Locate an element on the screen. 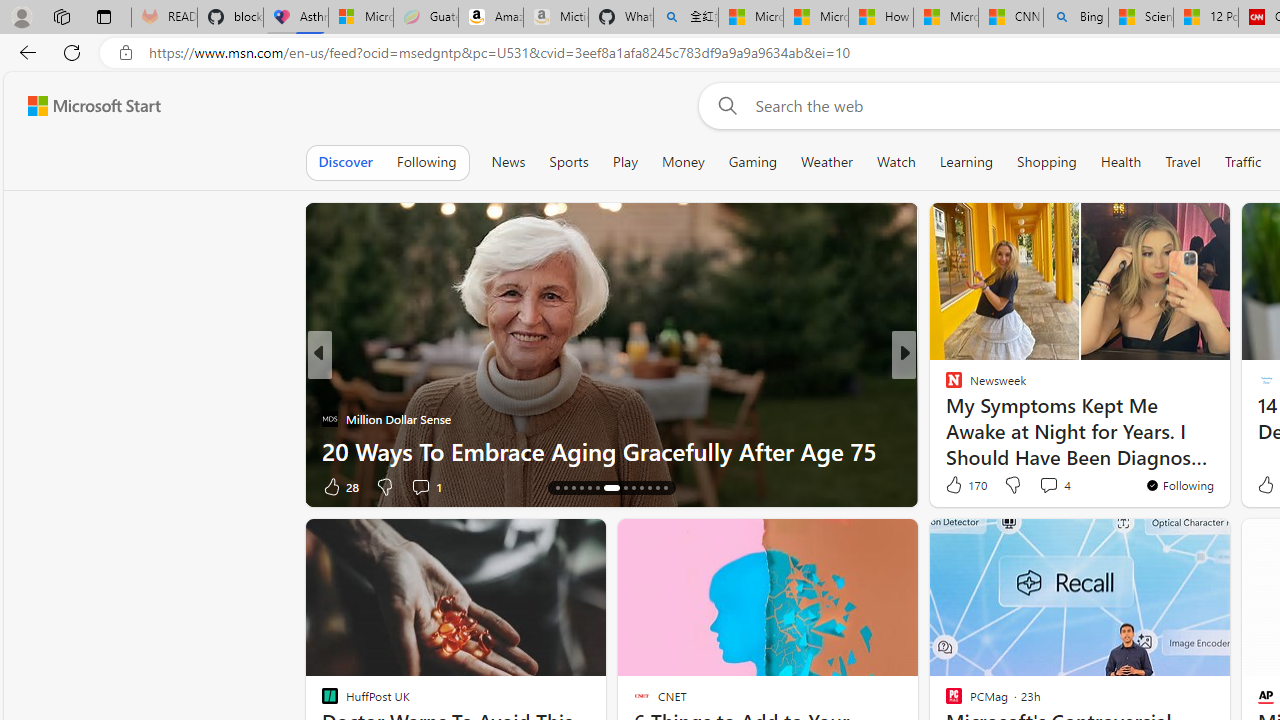  'View comments 5 Comment' is located at coordinates (1036, 486).